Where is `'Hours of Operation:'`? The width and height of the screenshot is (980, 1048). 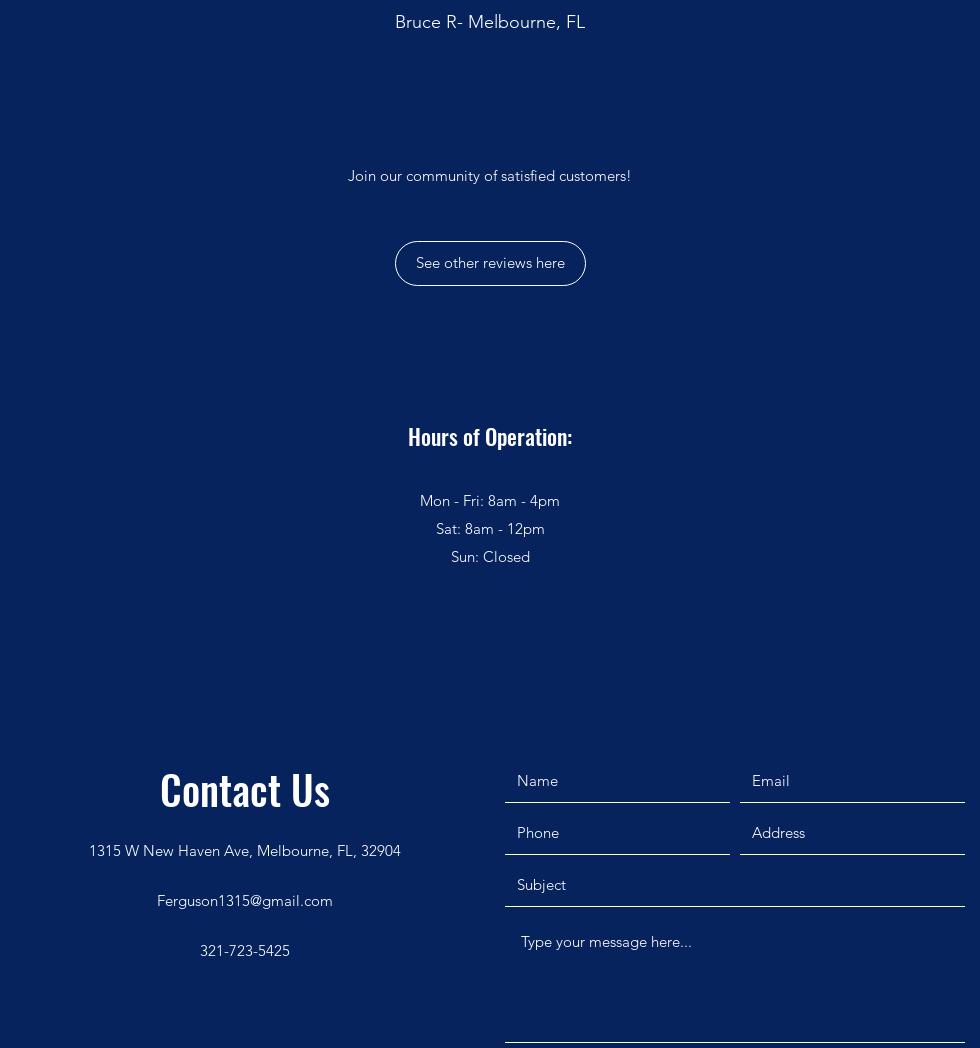
'Hours of Operation:' is located at coordinates (490, 435).